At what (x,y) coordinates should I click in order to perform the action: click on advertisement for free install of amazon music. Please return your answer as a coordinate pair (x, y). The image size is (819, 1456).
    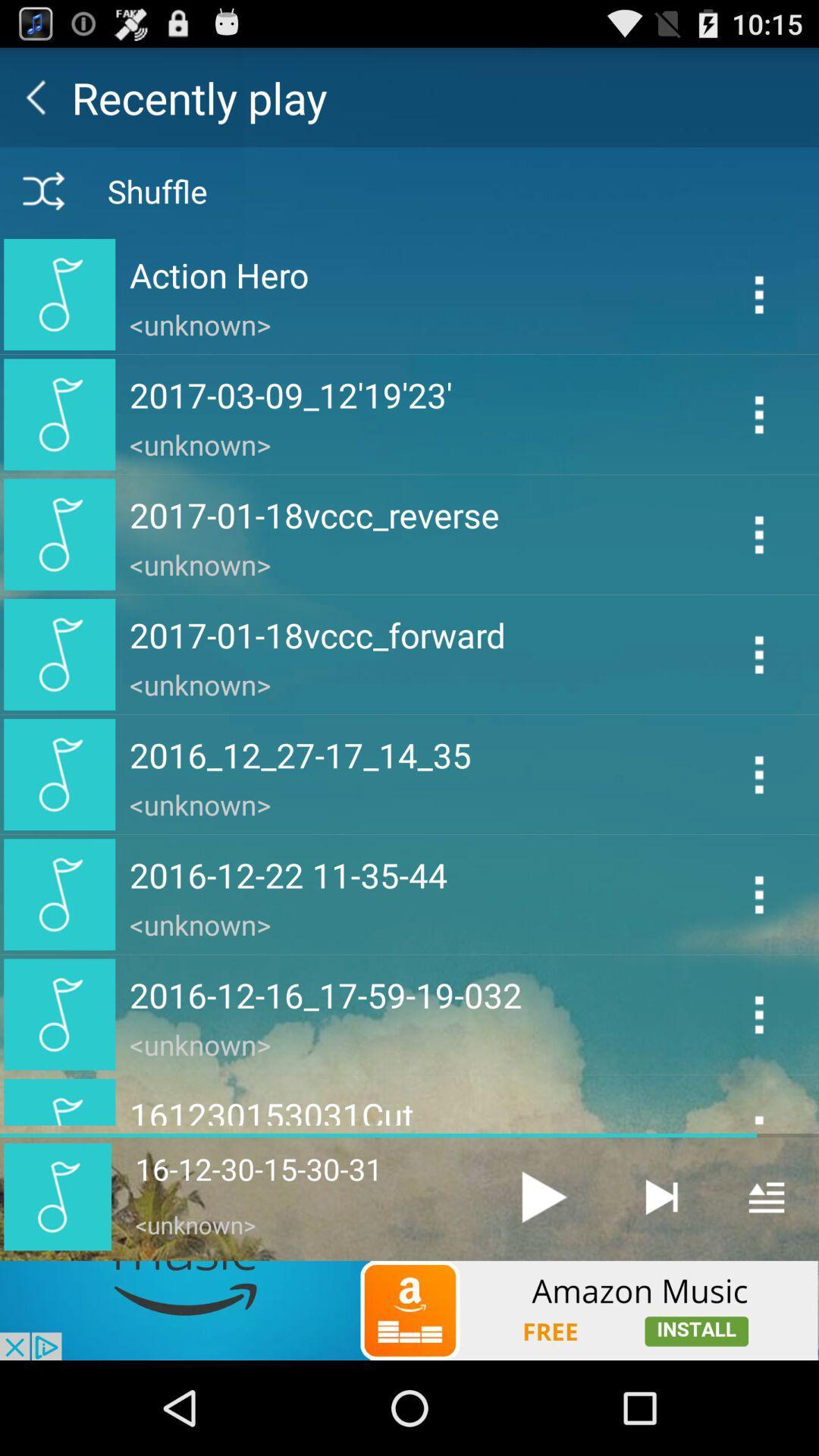
    Looking at the image, I should click on (409, 1310).